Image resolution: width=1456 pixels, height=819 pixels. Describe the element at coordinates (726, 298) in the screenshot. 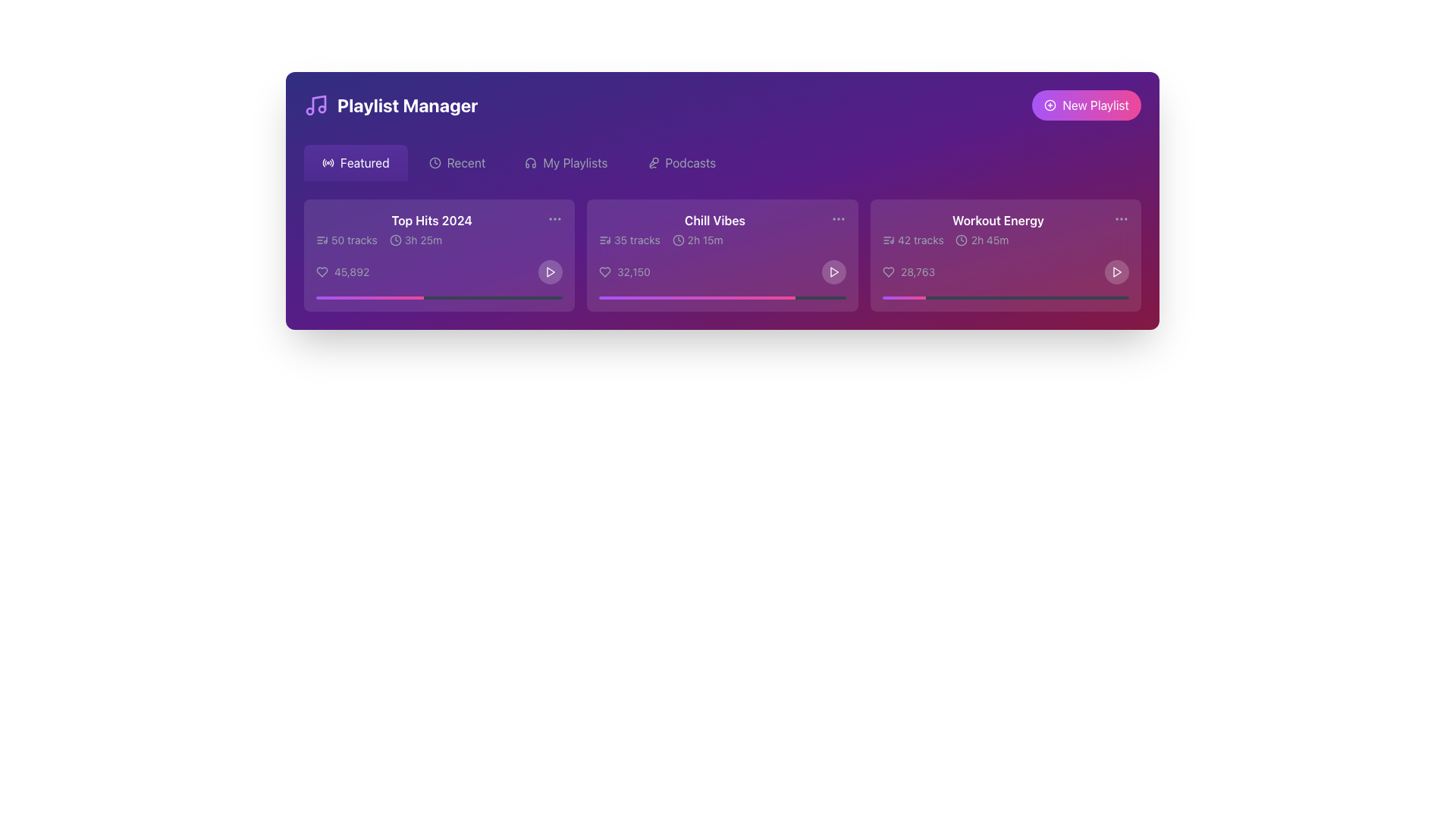

I see `the position on the slider` at that location.